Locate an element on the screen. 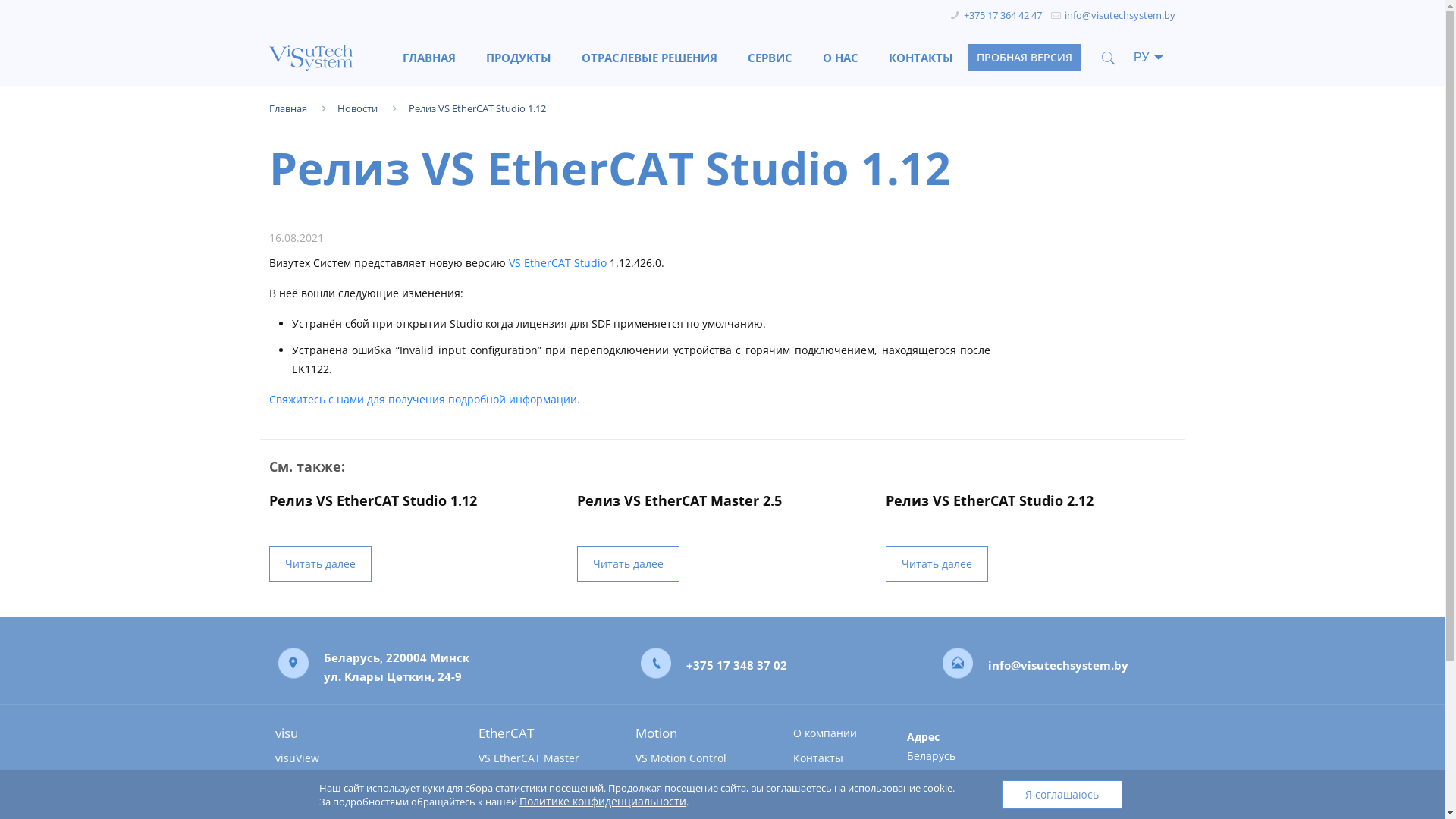 This screenshot has height=819, width=1456. 'VS Motion Proxy' is located at coordinates (695, 783).